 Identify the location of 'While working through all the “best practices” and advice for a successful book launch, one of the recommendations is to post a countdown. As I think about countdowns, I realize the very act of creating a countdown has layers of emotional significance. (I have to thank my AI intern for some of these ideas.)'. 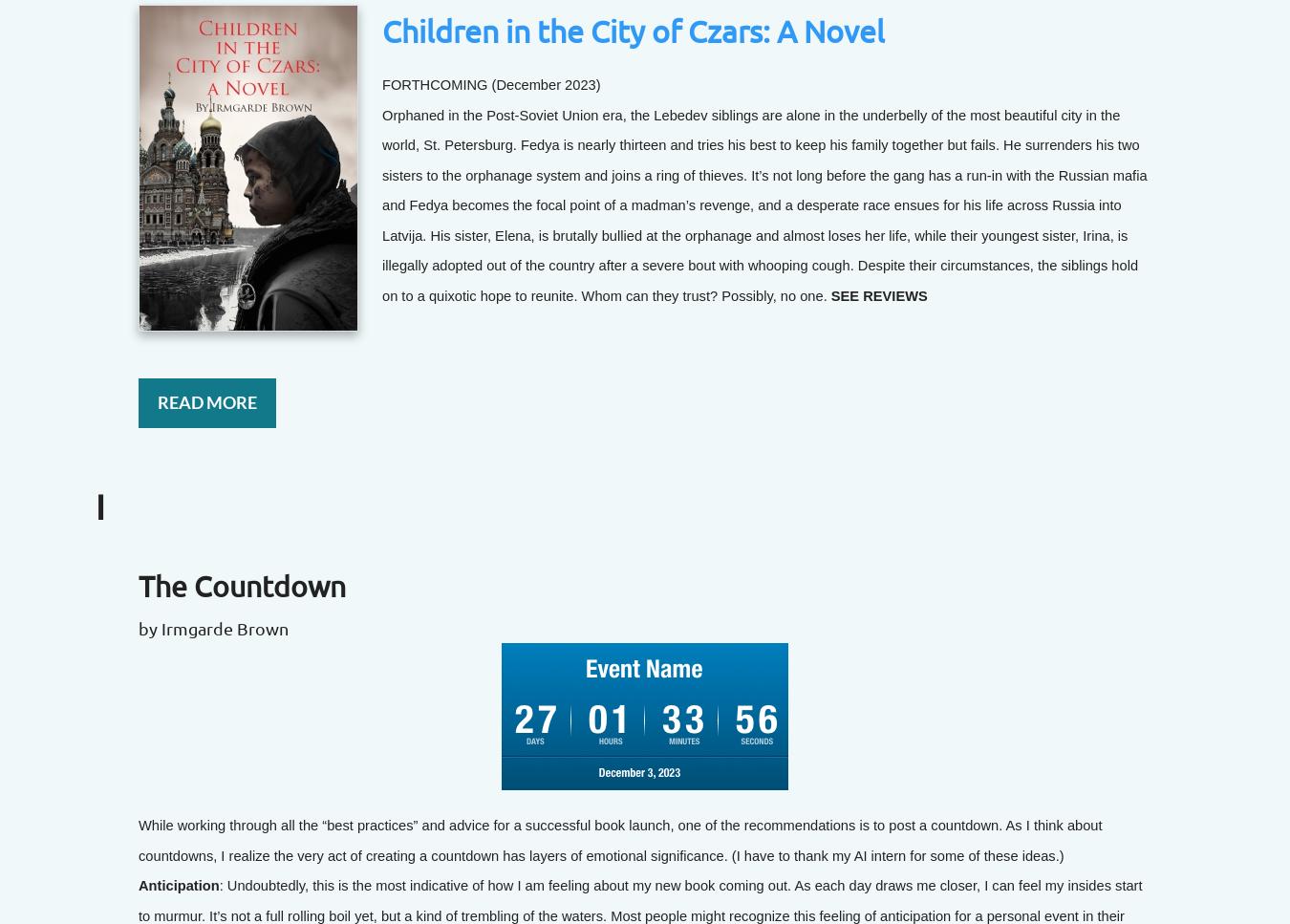
(619, 839).